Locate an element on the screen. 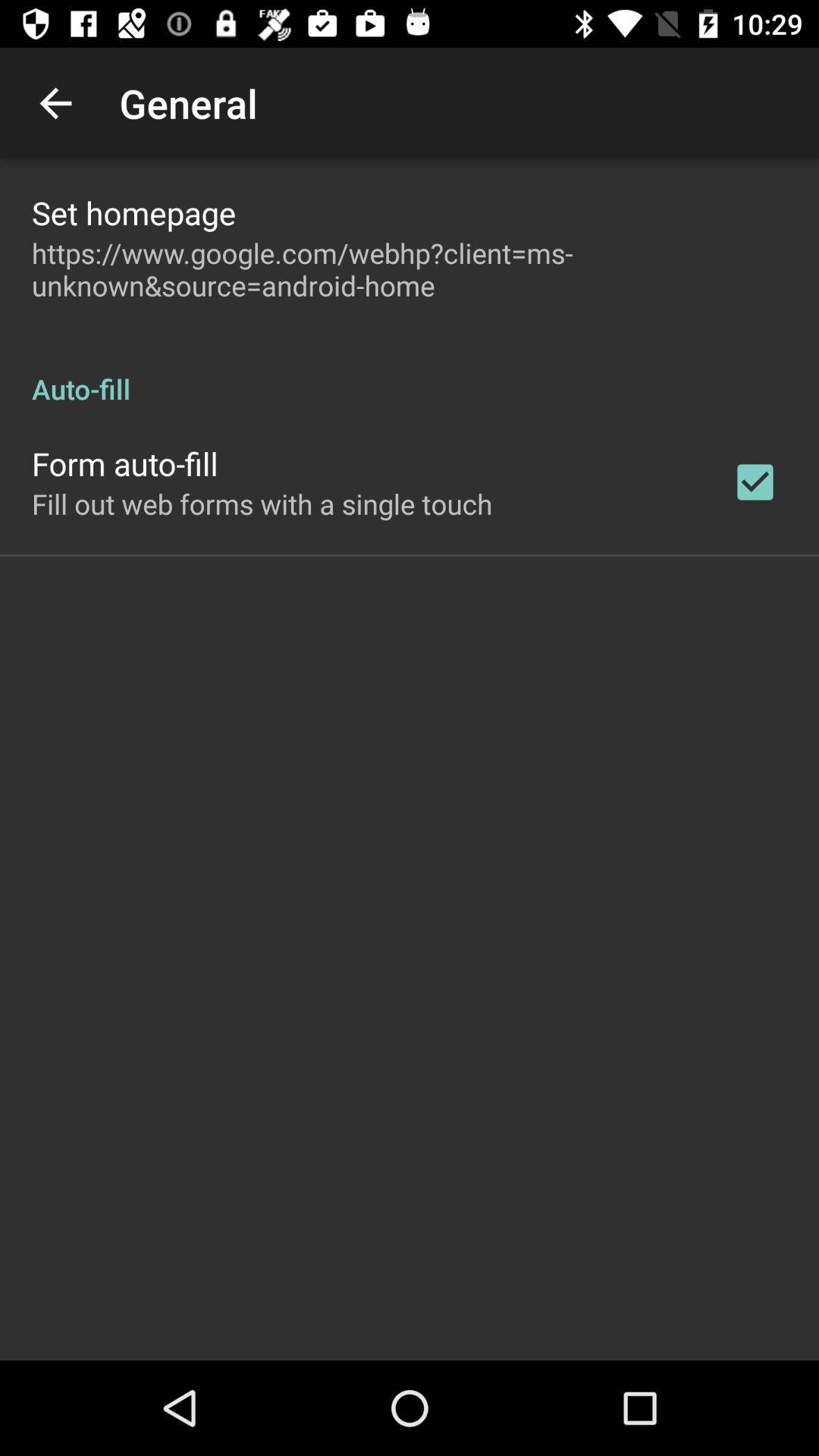 This screenshot has height=1456, width=819. app below the auto-fill app is located at coordinates (755, 481).